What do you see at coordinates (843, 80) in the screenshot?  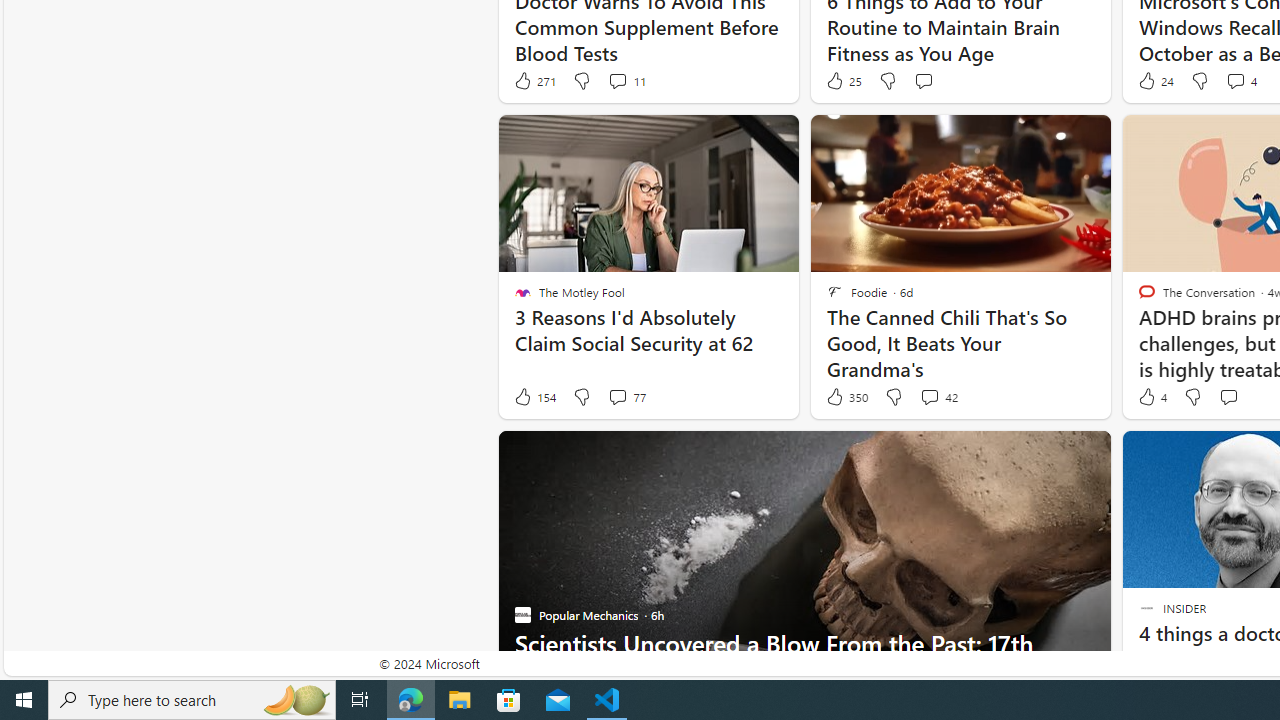 I see `'25 Like'` at bounding box center [843, 80].